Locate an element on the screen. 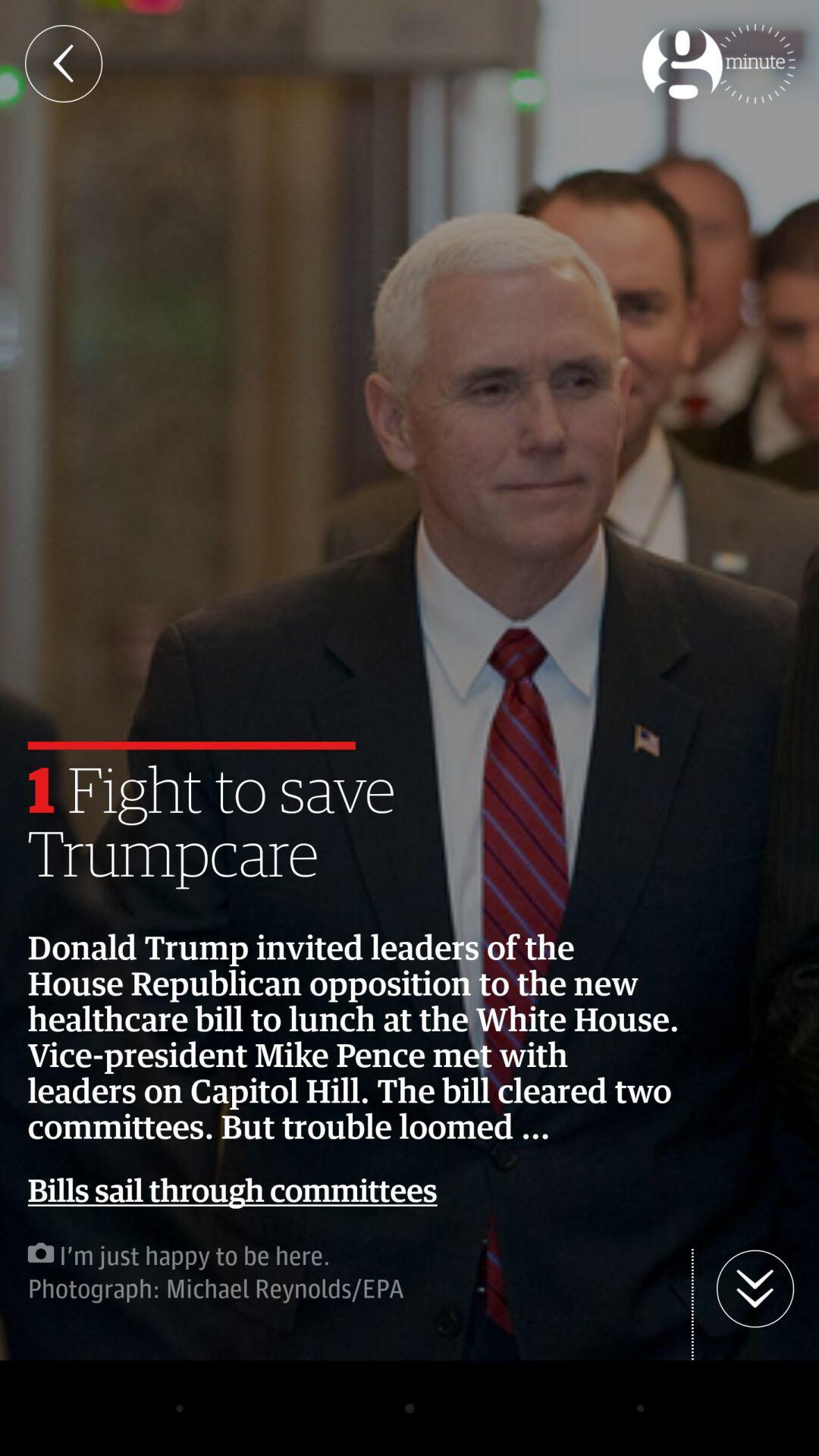 The height and width of the screenshot is (1456, 819). the arrow_backward icon is located at coordinates (63, 62).